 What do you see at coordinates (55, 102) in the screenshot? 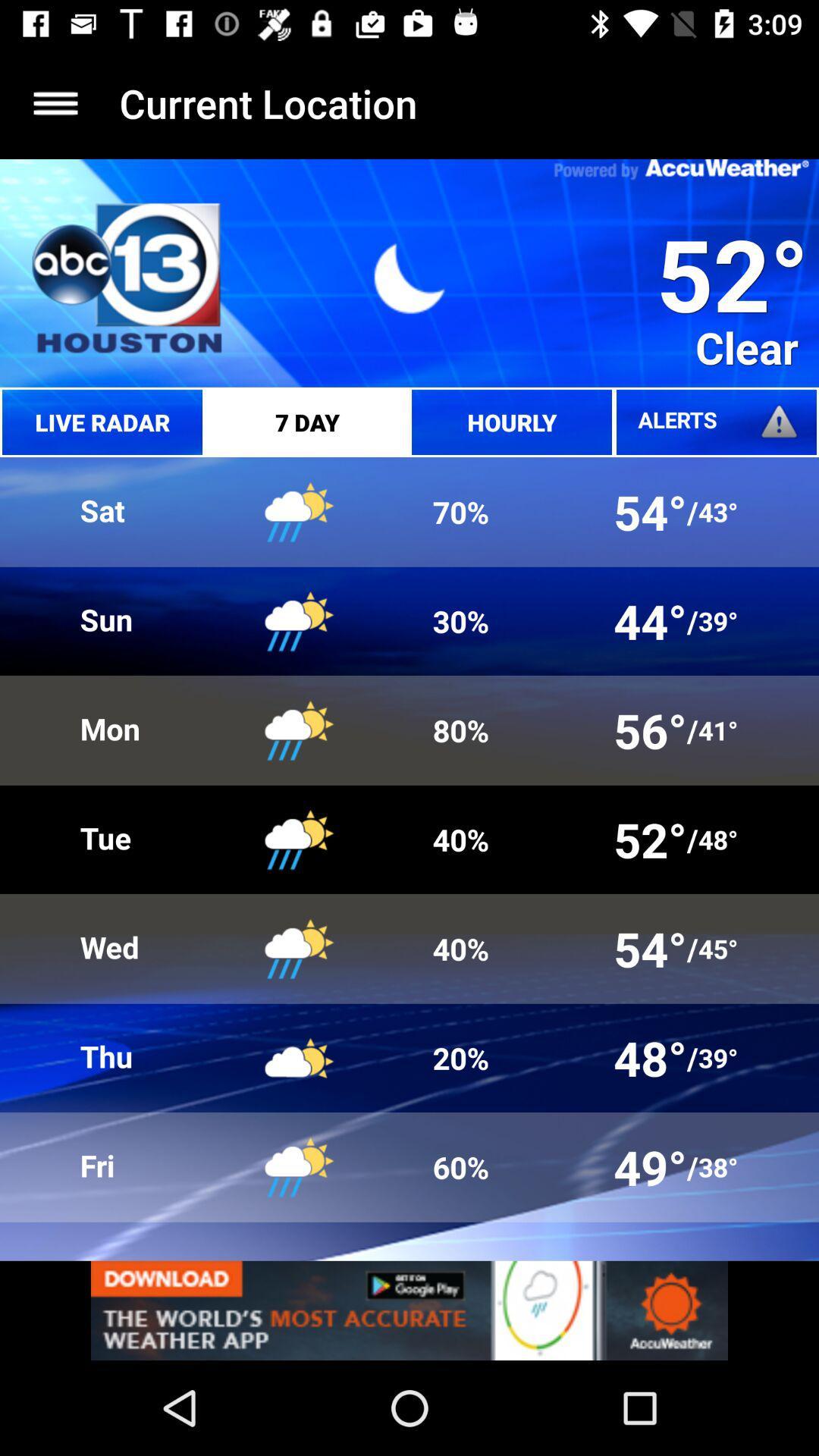
I see `the menu icon` at bounding box center [55, 102].